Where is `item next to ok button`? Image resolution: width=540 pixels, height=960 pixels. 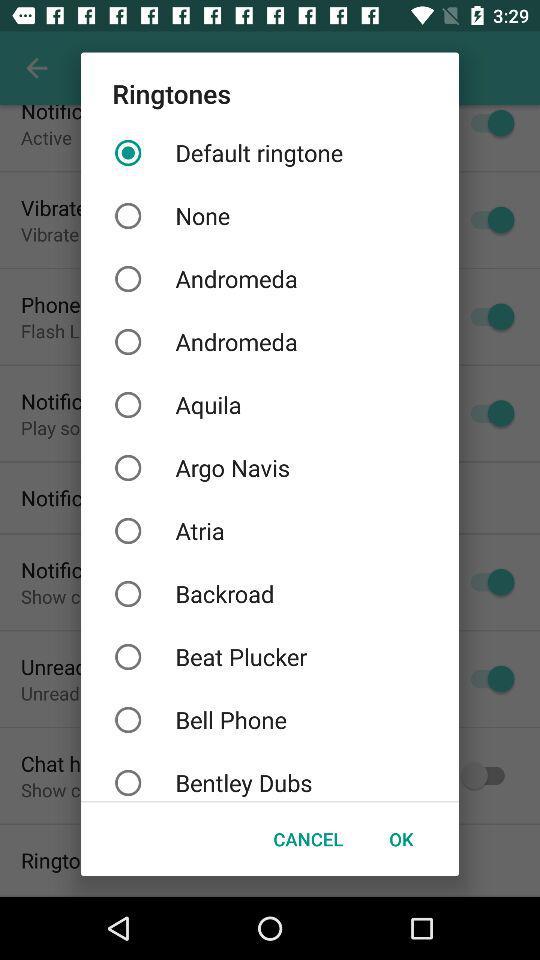
item next to ok button is located at coordinates (308, 839).